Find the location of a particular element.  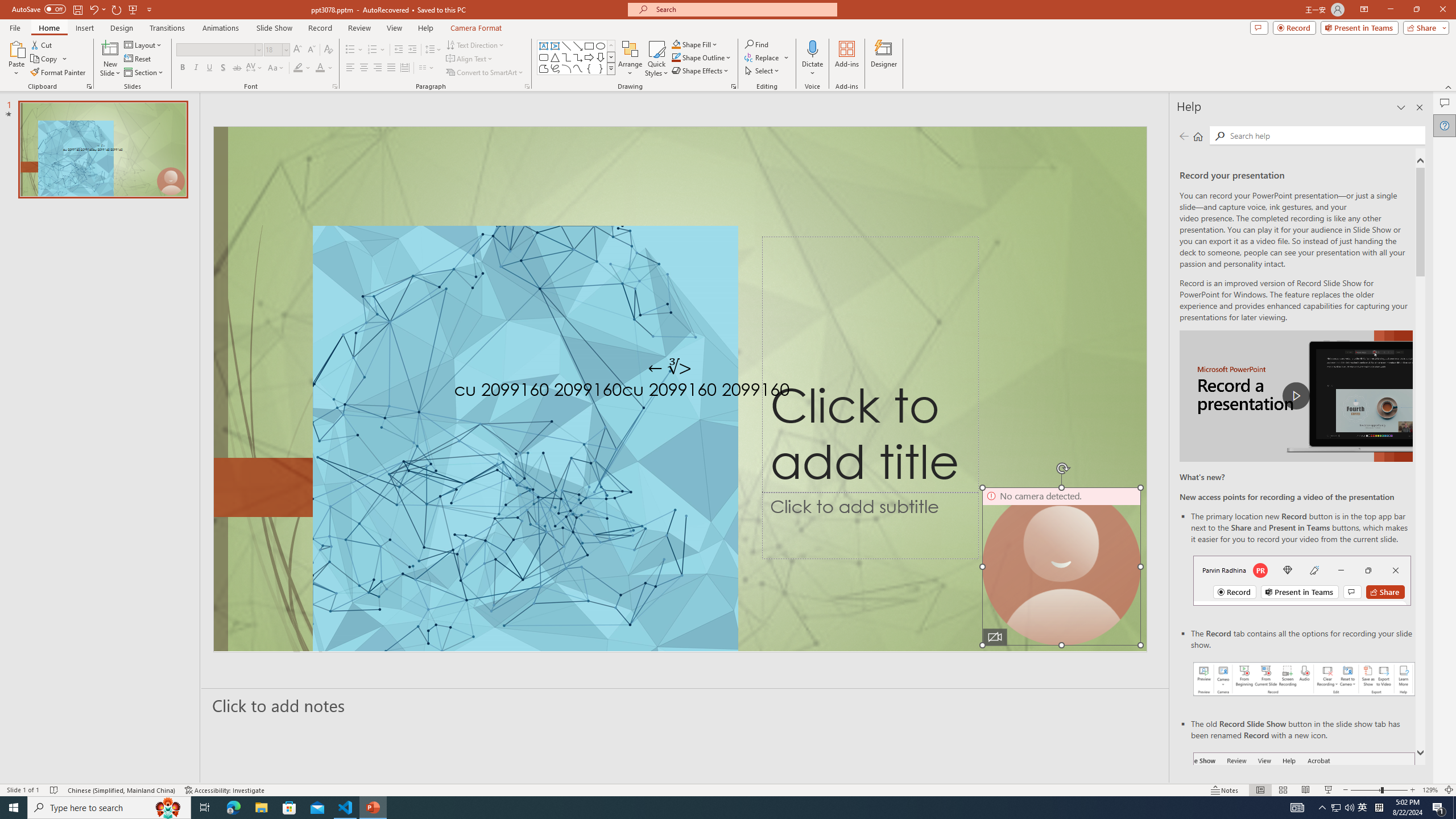

'Zoom to Fit ' is located at coordinates (1449, 790).